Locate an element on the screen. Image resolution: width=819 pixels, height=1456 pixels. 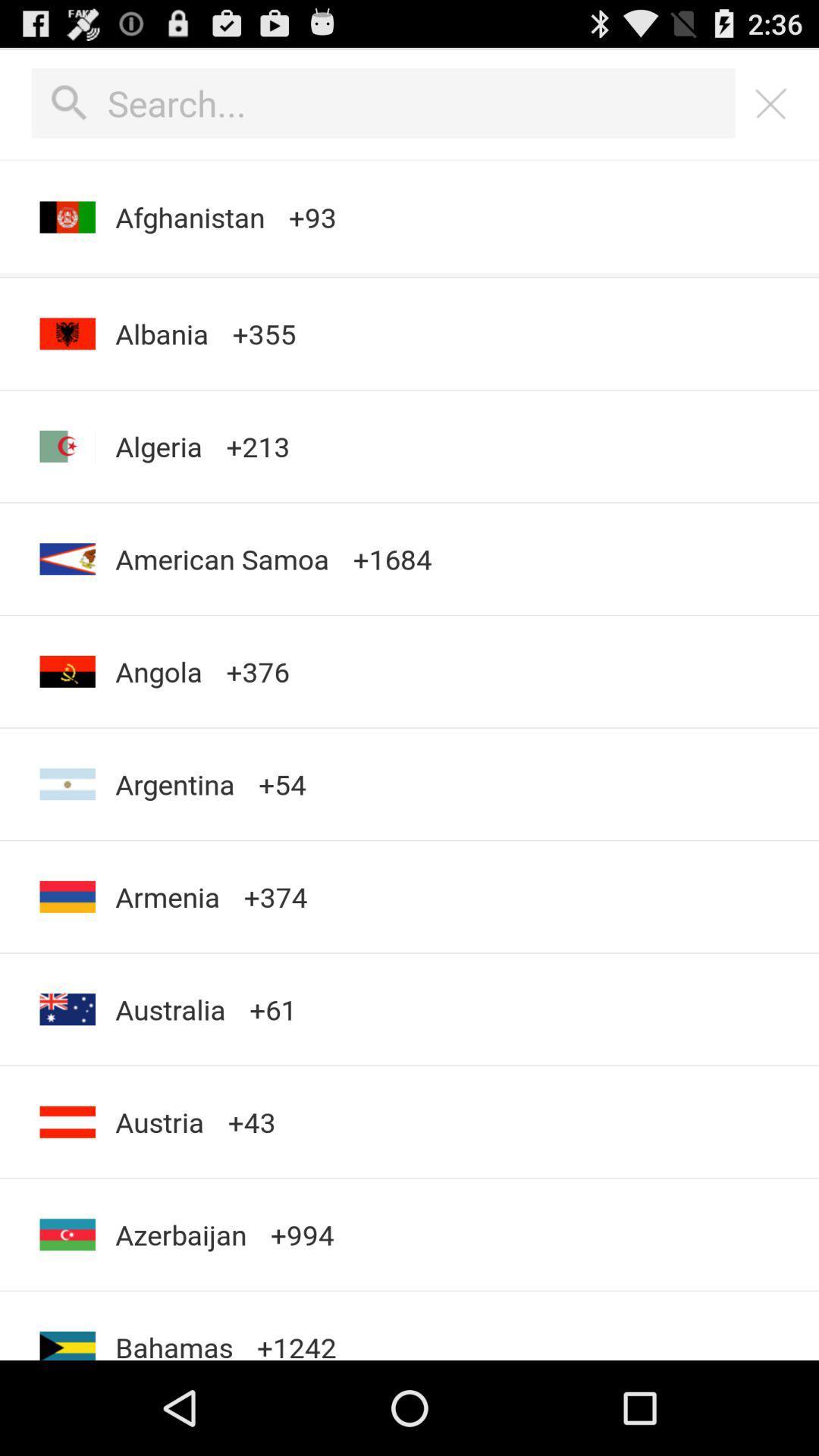
the item below american samoa app is located at coordinates (158, 670).